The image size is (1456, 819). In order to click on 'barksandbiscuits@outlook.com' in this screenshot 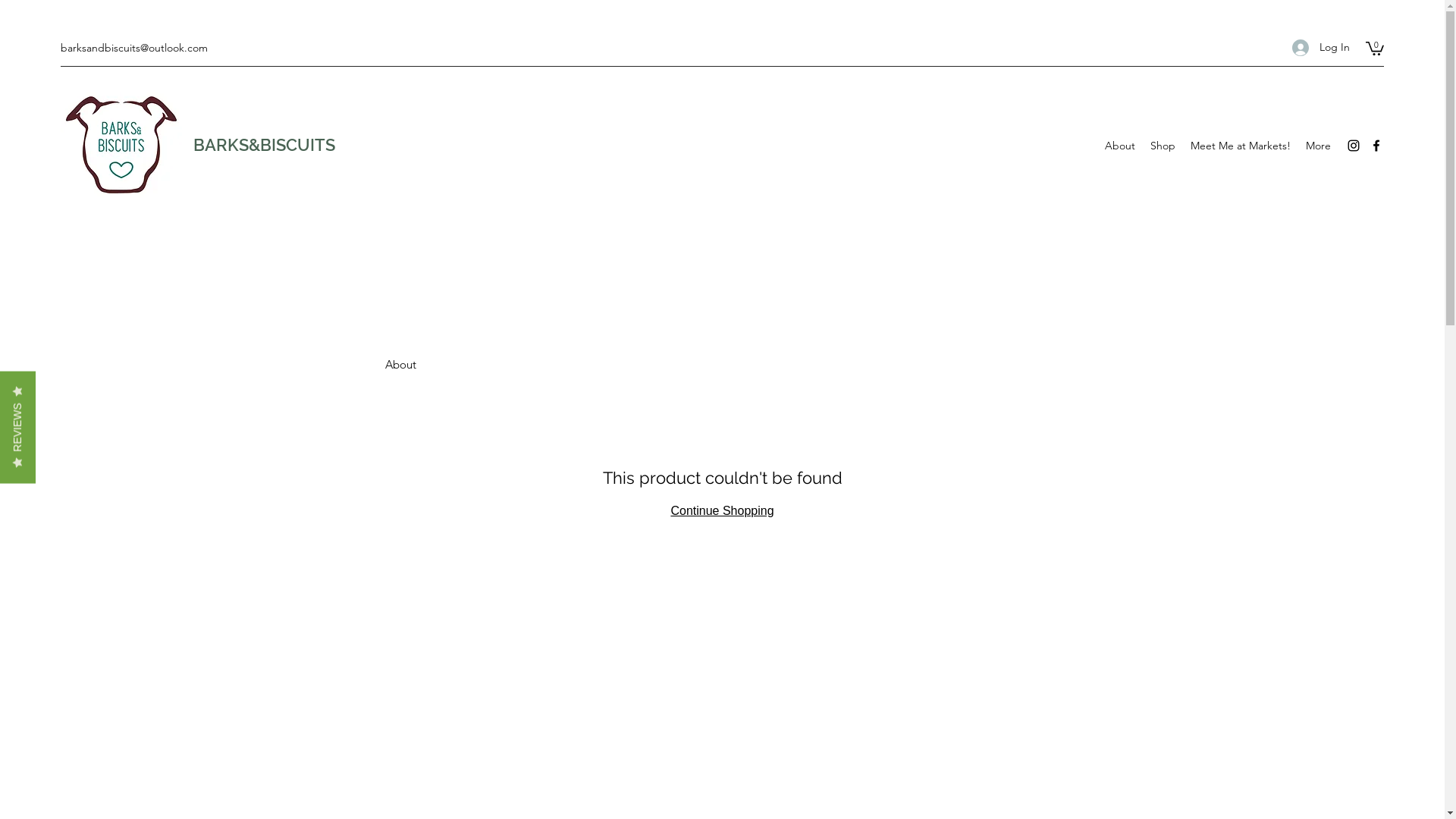, I will do `click(134, 46)`.